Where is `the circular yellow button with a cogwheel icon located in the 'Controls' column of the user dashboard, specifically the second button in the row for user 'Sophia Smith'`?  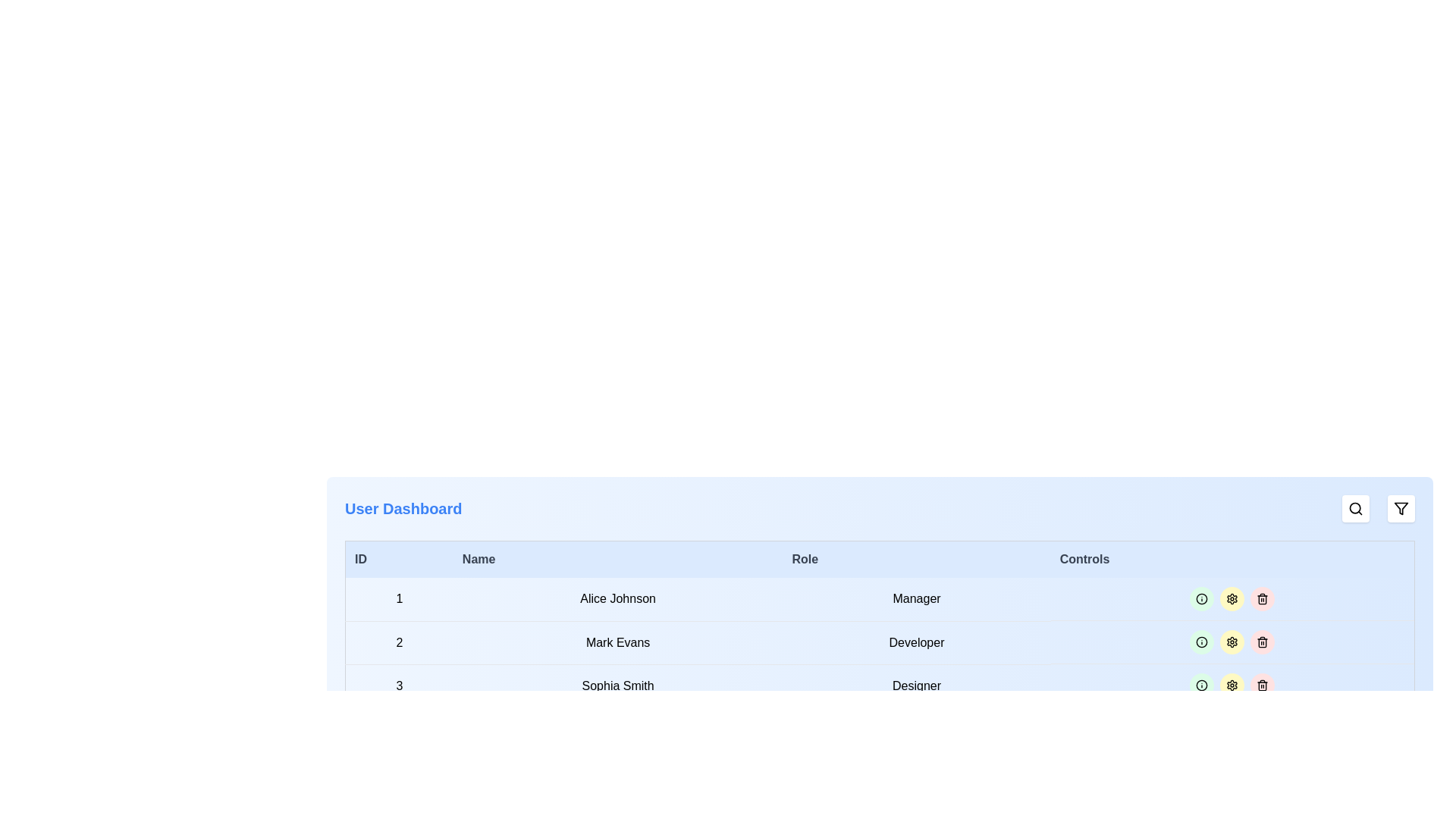
the circular yellow button with a cogwheel icon located in the 'Controls' column of the user dashboard, specifically the second button in the row for user 'Sophia Smith' is located at coordinates (1232, 598).